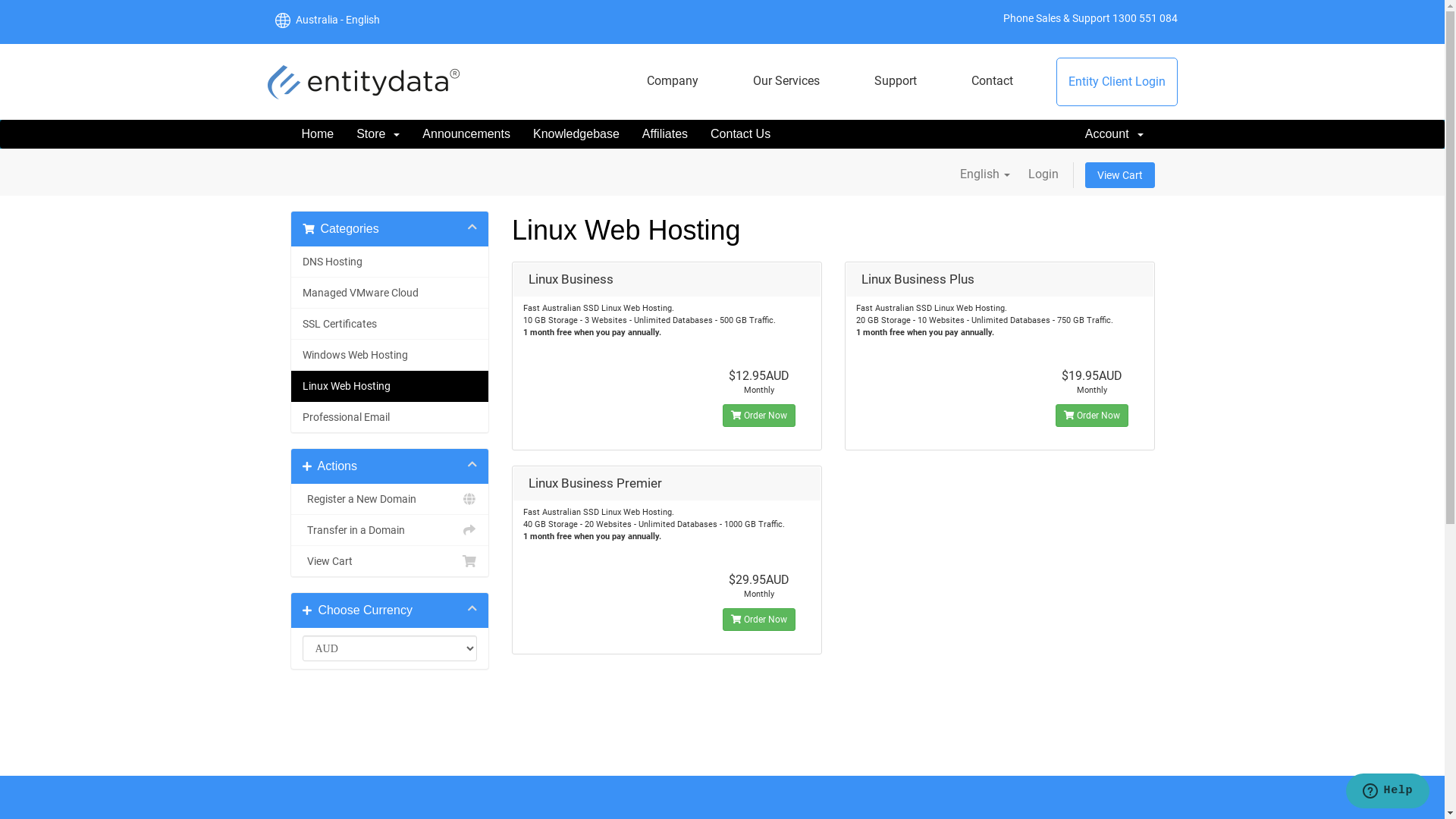  Describe the element at coordinates (1117, 82) in the screenshot. I see `'Entity Client Login'` at that location.